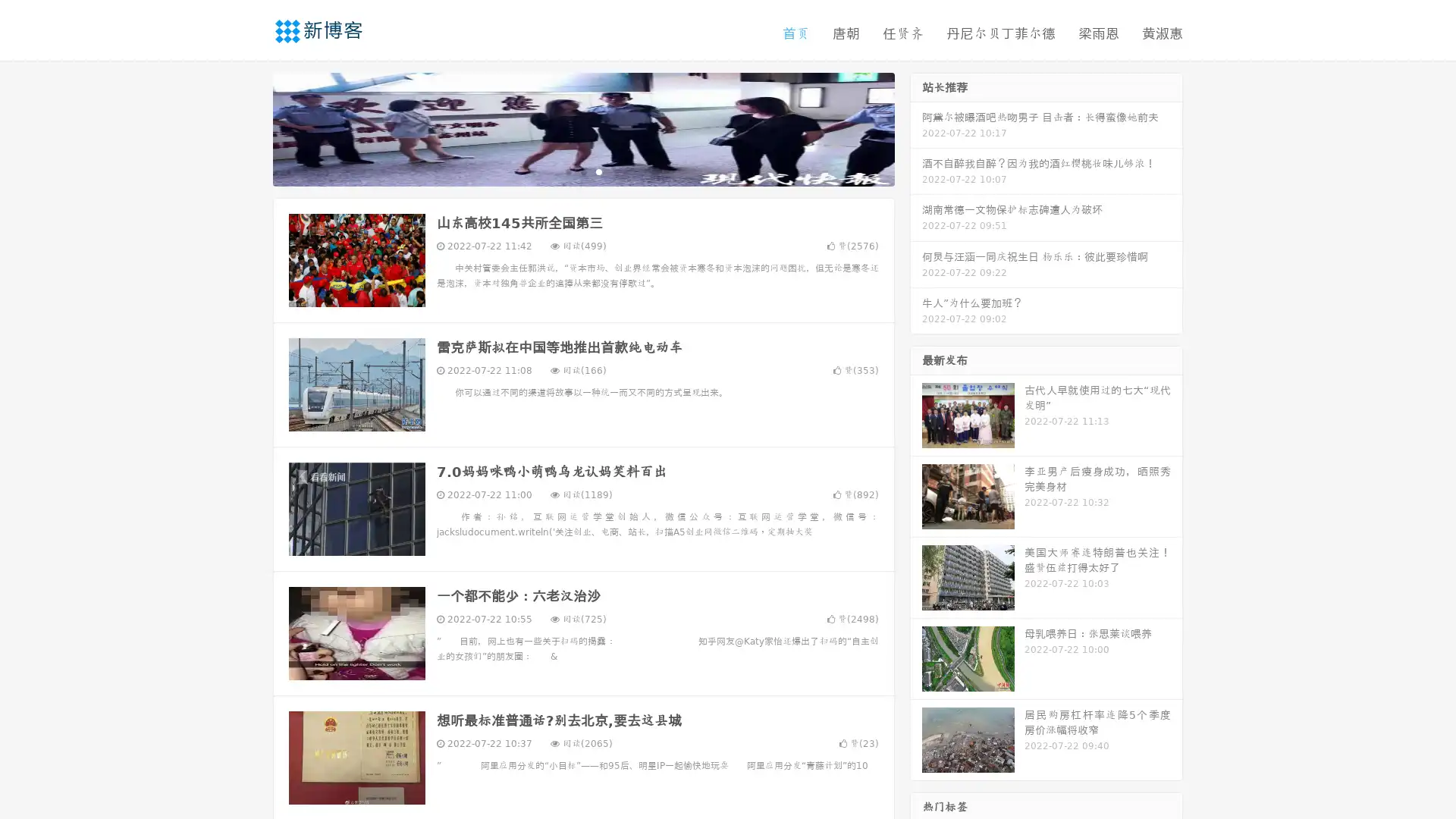  Describe the element at coordinates (250, 127) in the screenshot. I see `Previous slide` at that location.